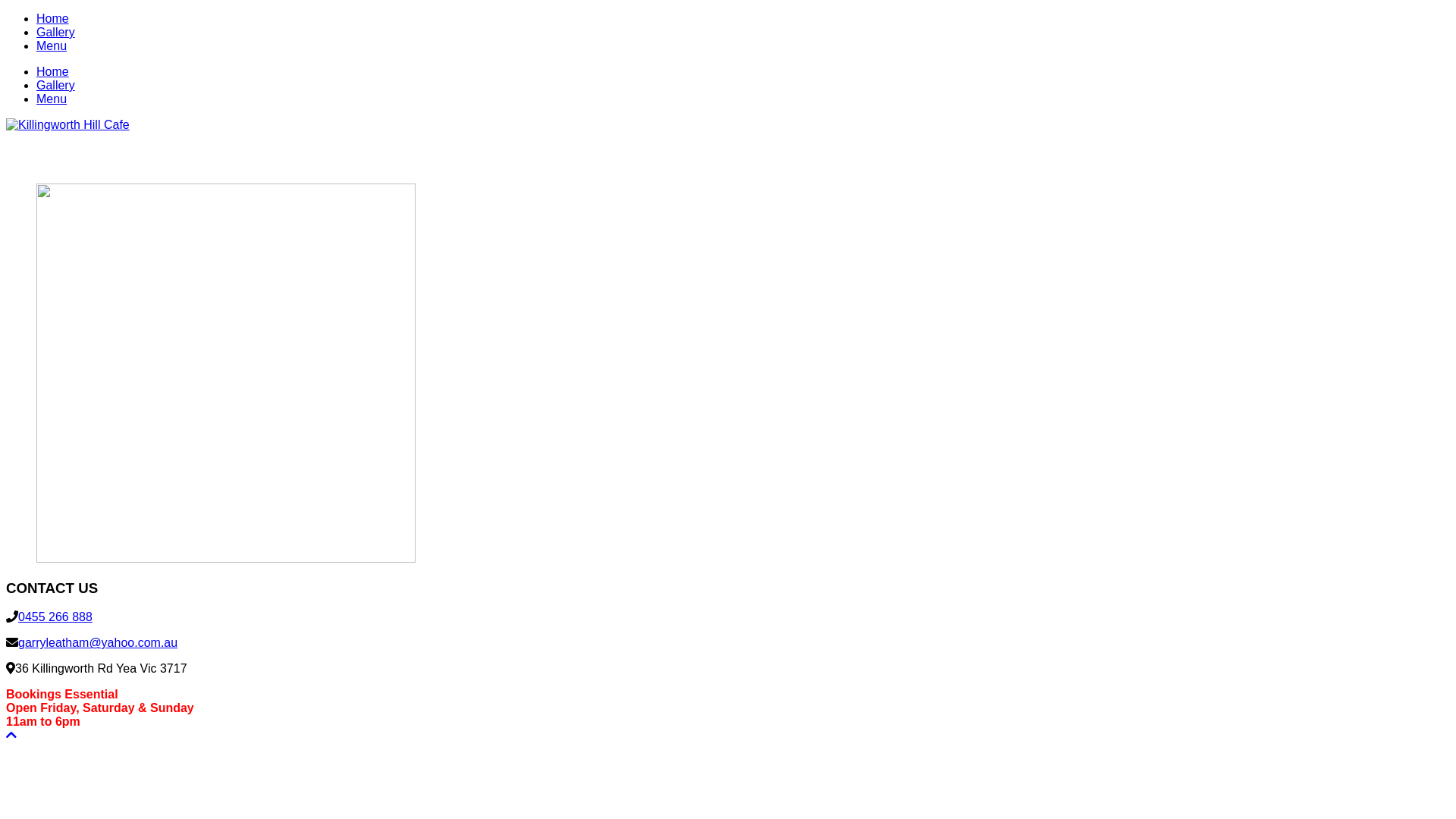  I want to click on 'Gallery', so click(55, 85).